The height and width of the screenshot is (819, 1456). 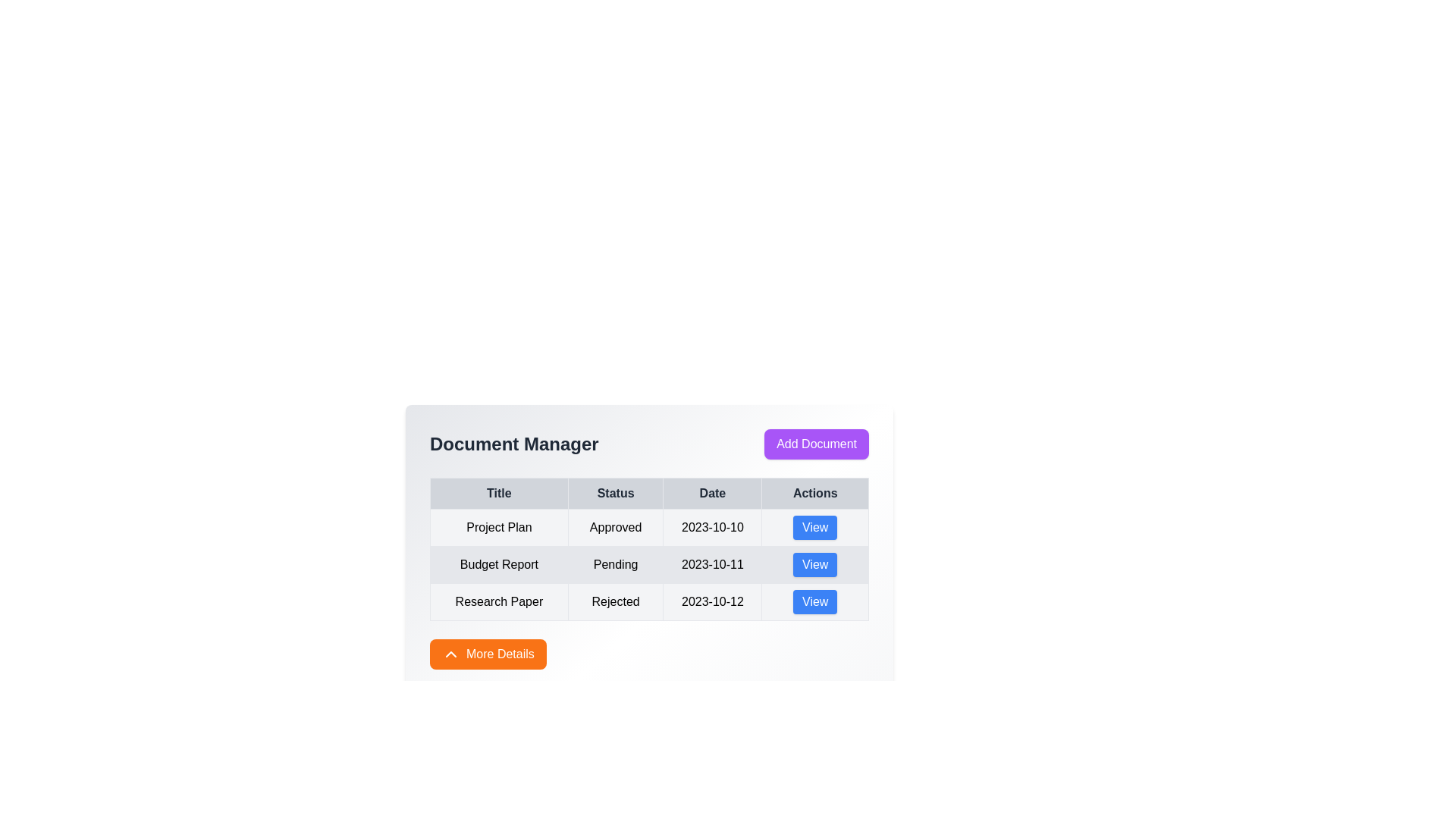 I want to click on the table cell displaying the approval status of the document 'Project Plan' marked as 'Approved' in the second column of the Document Manager section, so click(x=649, y=533).